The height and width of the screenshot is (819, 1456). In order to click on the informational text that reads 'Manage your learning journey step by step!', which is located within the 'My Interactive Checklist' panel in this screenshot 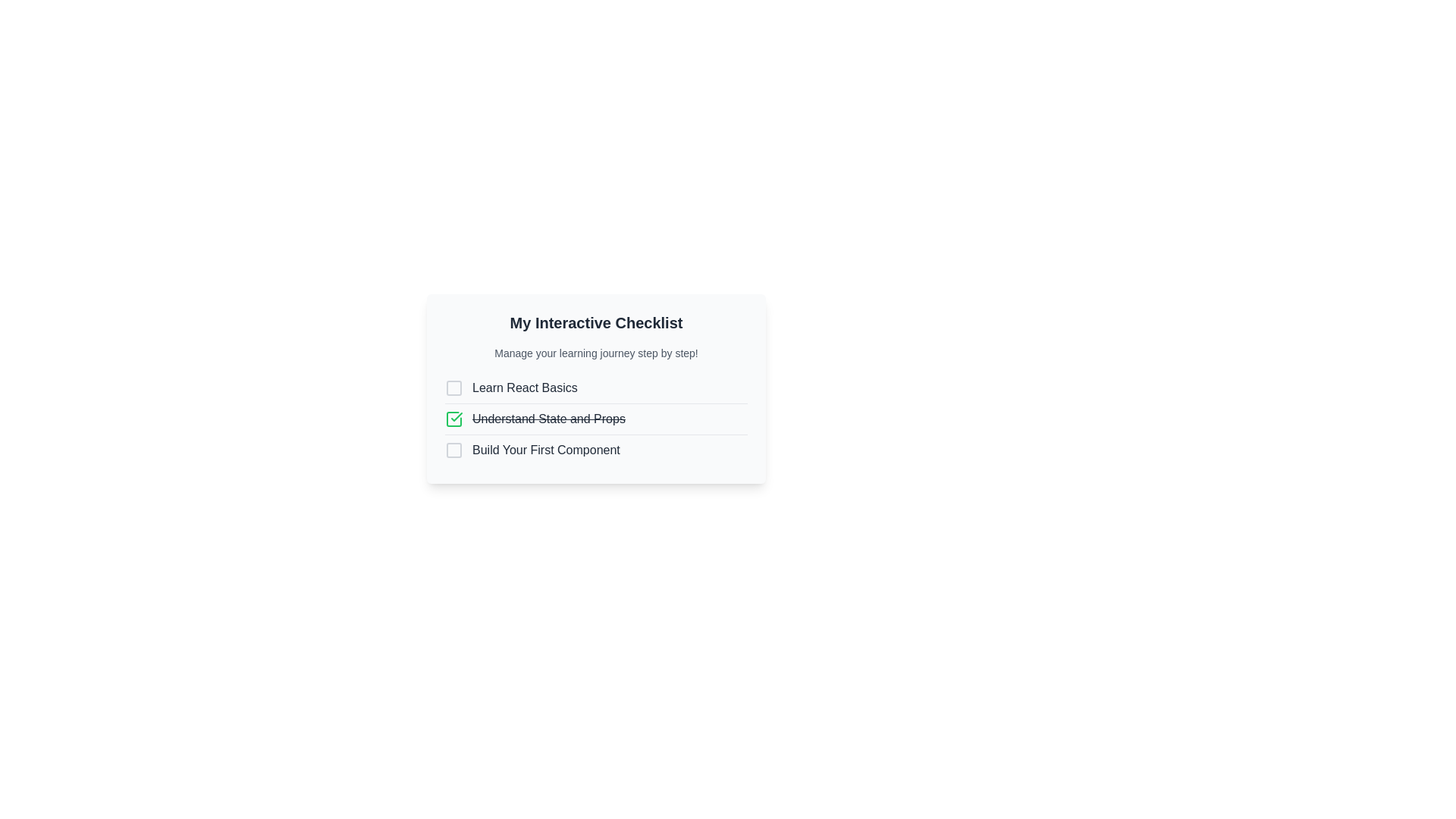, I will do `click(595, 353)`.